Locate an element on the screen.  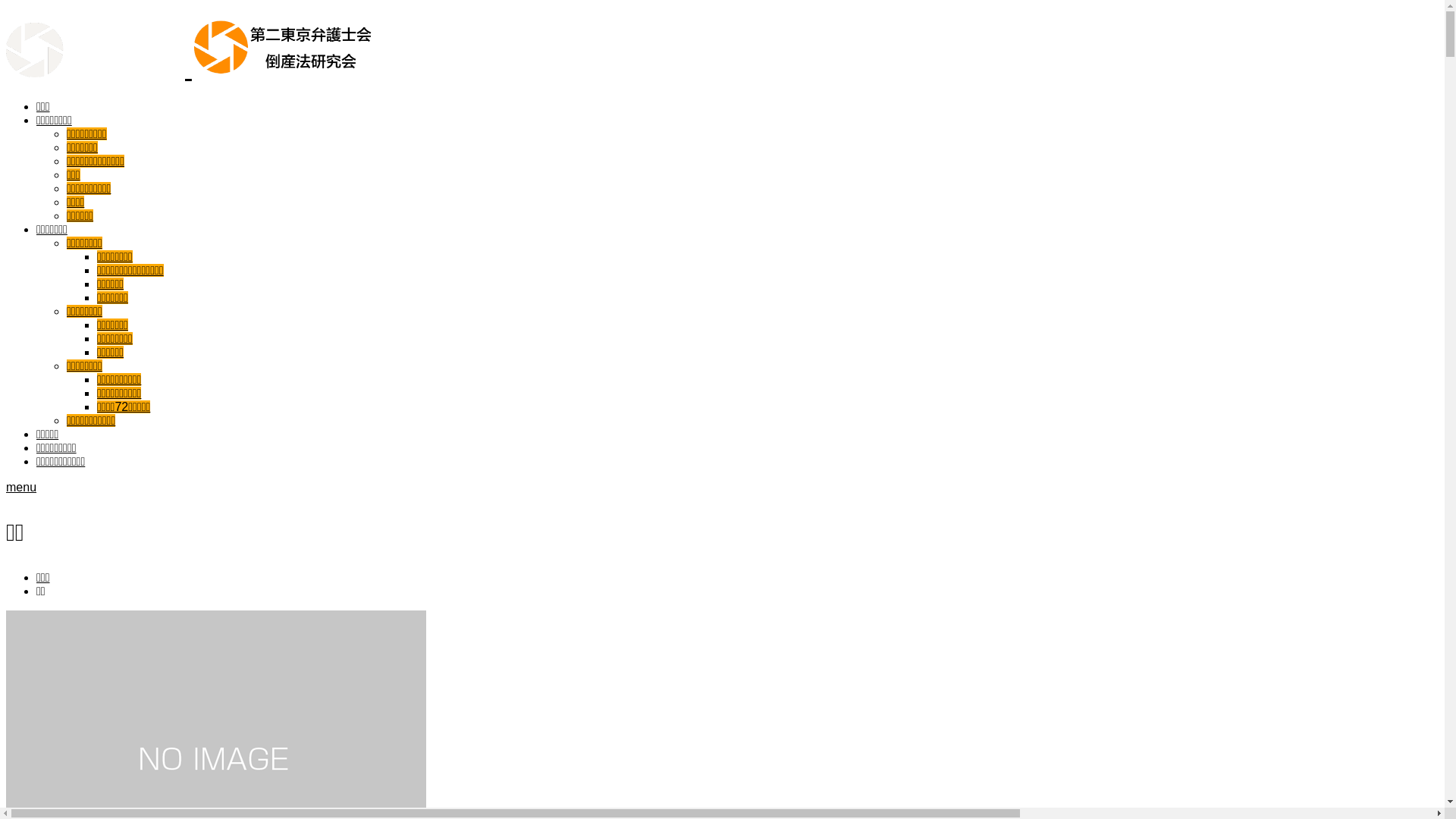
'menu' is located at coordinates (21, 487).